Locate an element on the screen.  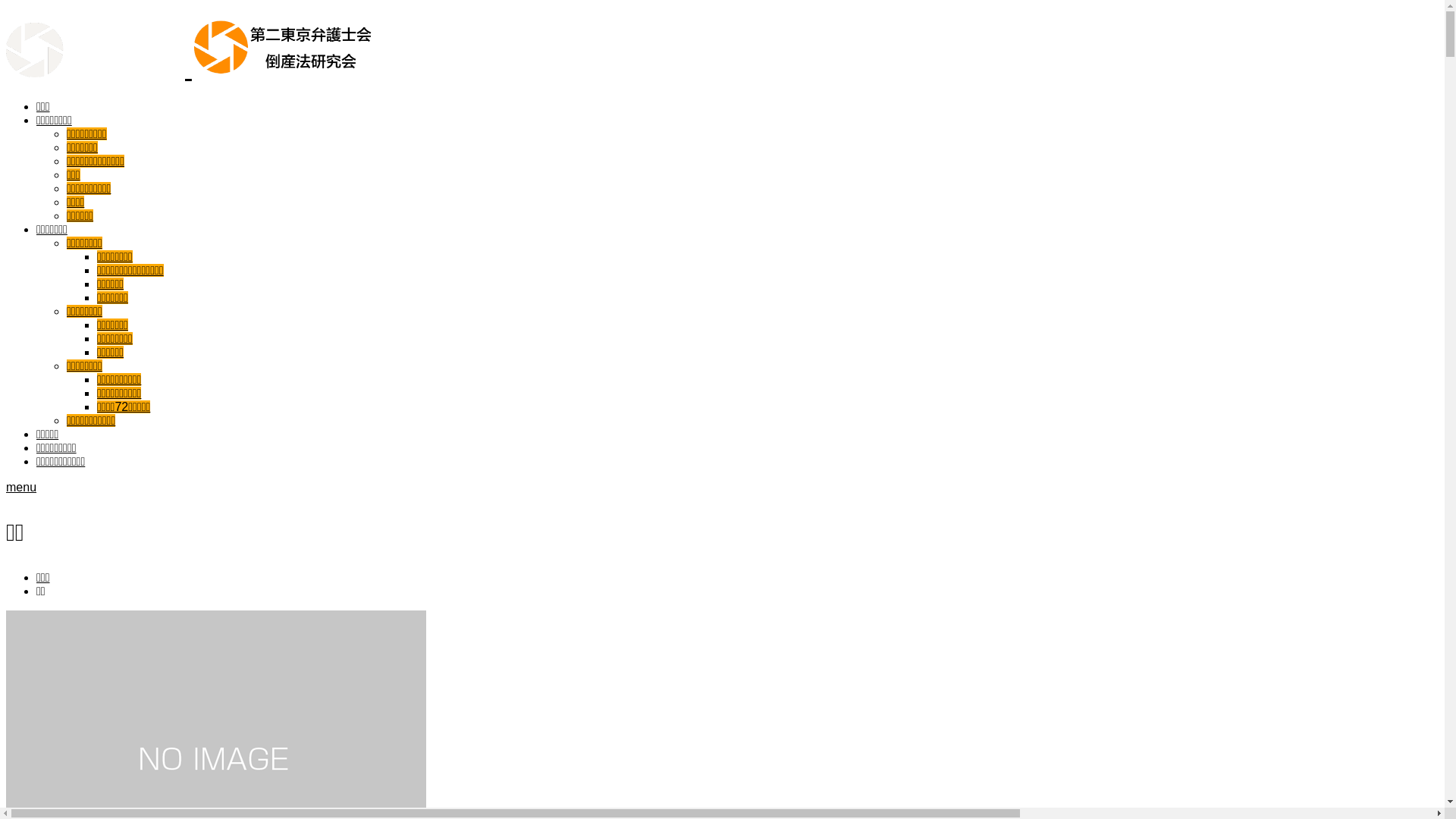
'menu' is located at coordinates (21, 487).